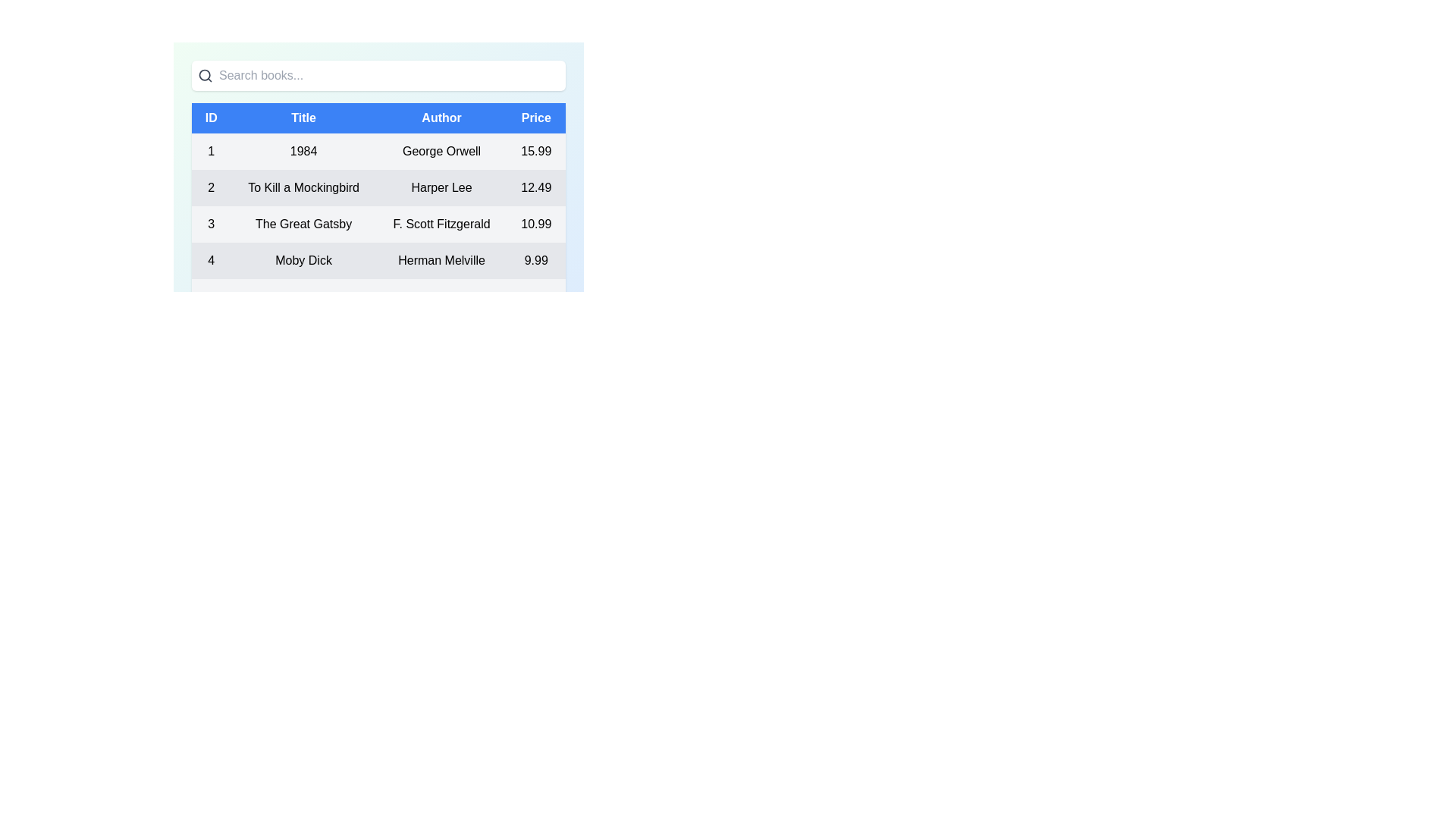 The height and width of the screenshot is (819, 1456). Describe the element at coordinates (441, 152) in the screenshot. I see `the Text Label displaying the author's name in the third column of the first row of the table` at that location.